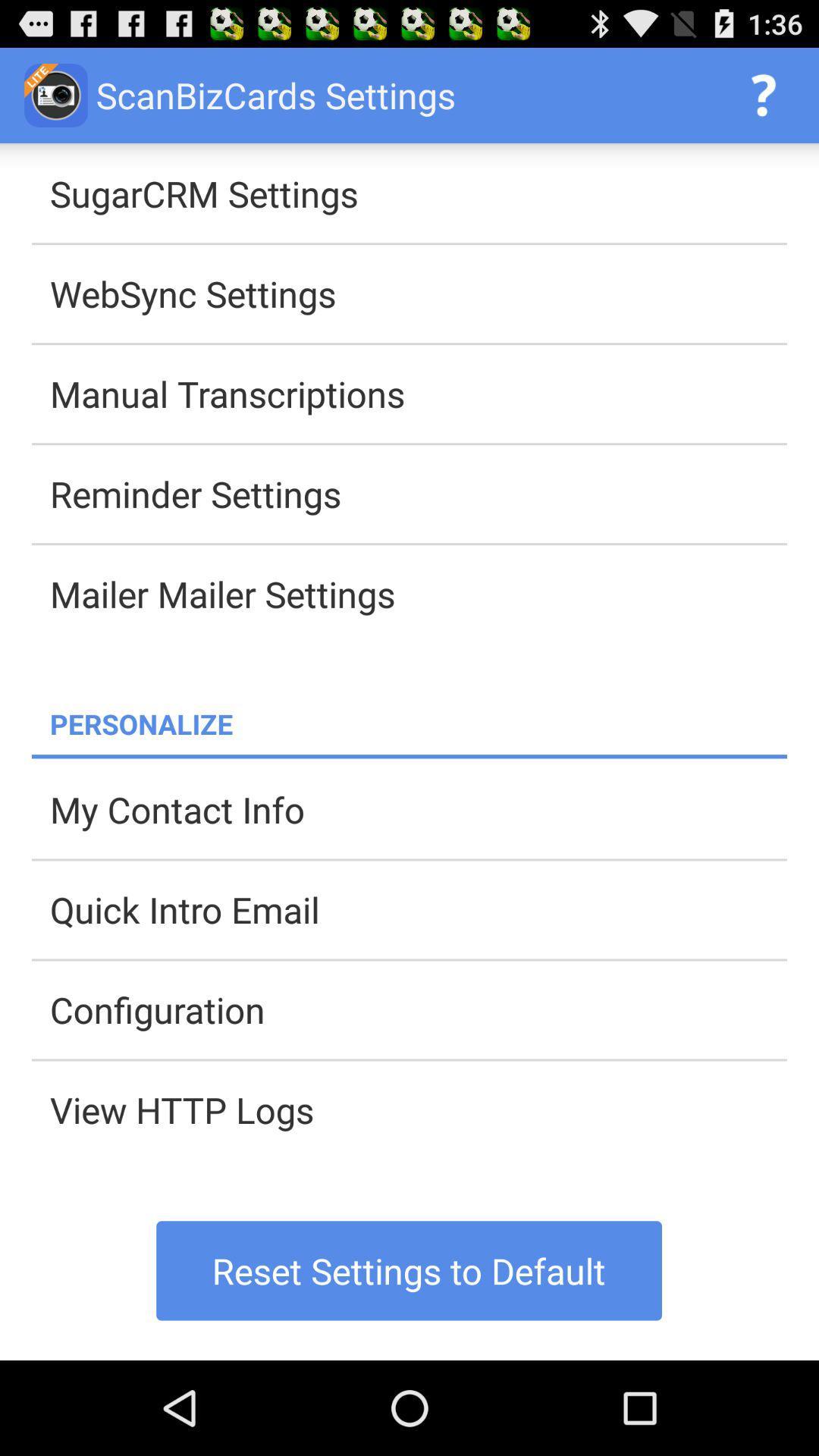  I want to click on the app above the websync settings item, so click(418, 193).